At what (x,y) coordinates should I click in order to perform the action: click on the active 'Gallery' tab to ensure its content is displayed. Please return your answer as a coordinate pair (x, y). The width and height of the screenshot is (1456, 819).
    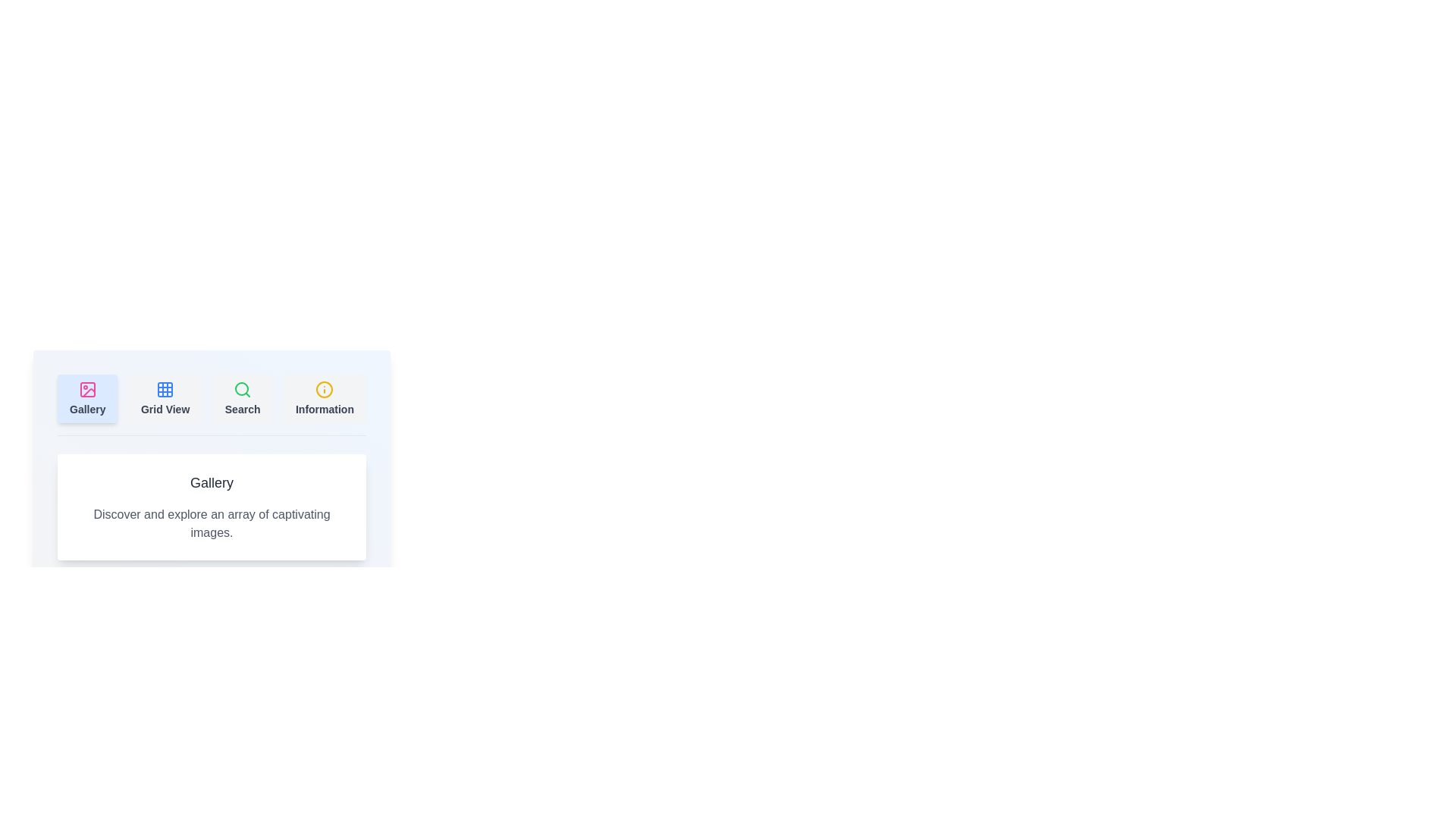
    Looking at the image, I should click on (86, 397).